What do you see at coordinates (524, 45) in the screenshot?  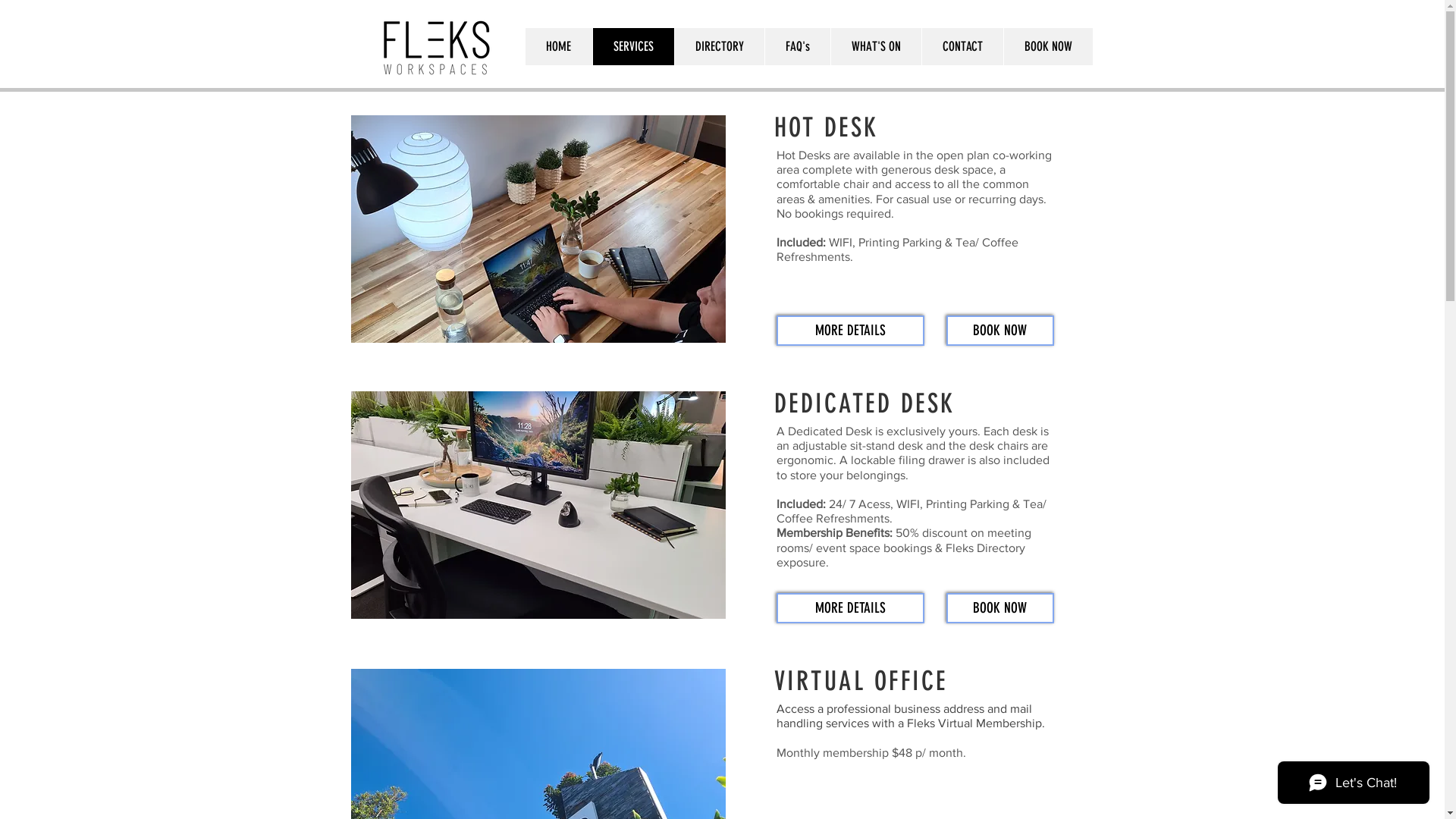 I see `'HOME'` at bounding box center [524, 45].